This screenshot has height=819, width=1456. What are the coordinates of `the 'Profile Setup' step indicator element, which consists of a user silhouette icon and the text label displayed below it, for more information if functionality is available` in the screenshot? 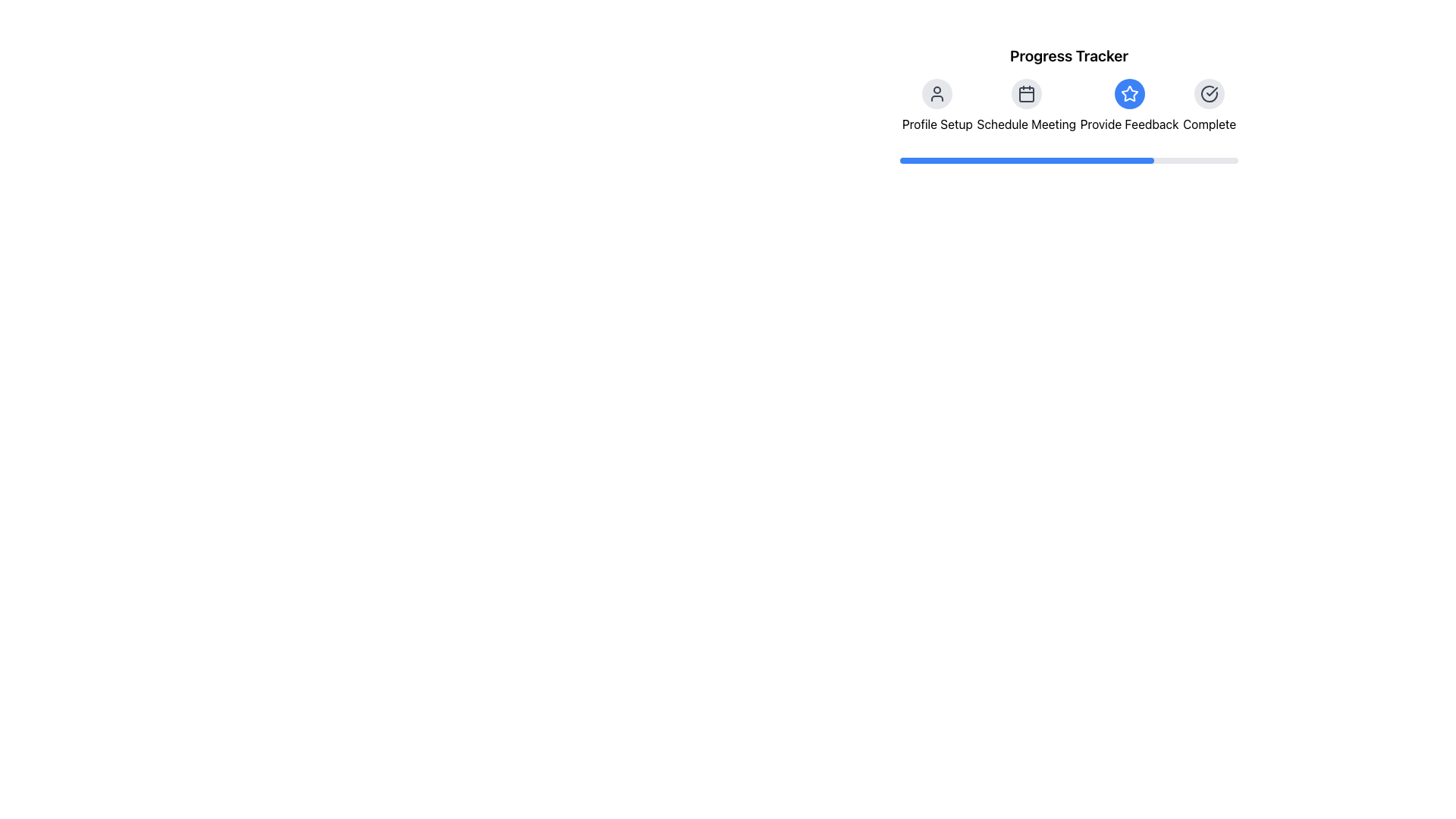 It's located at (937, 105).